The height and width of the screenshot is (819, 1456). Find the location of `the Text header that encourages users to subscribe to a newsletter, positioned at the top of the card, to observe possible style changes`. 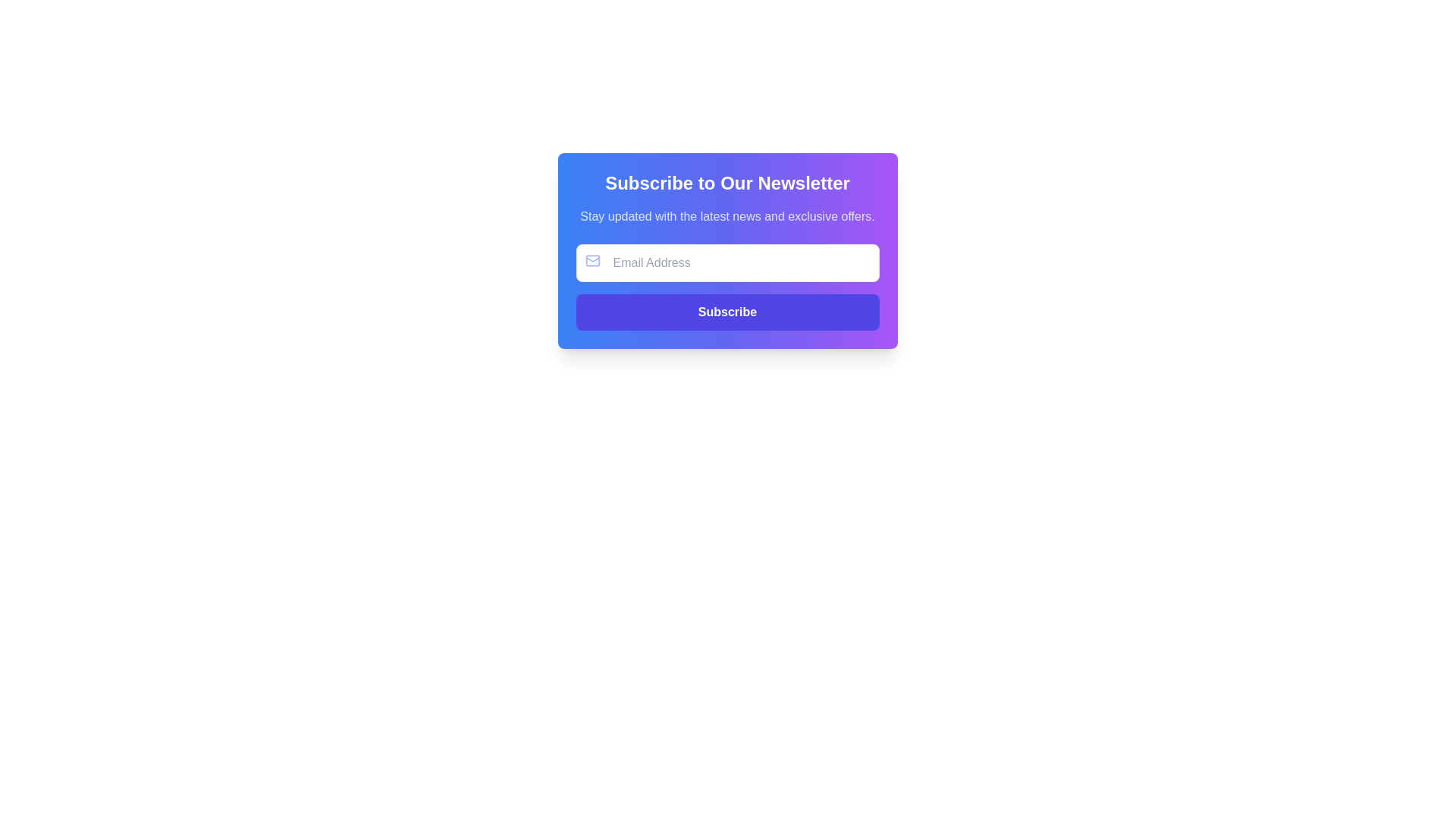

the Text header that encourages users to subscribe to a newsletter, positioned at the top of the card, to observe possible style changes is located at coordinates (726, 183).